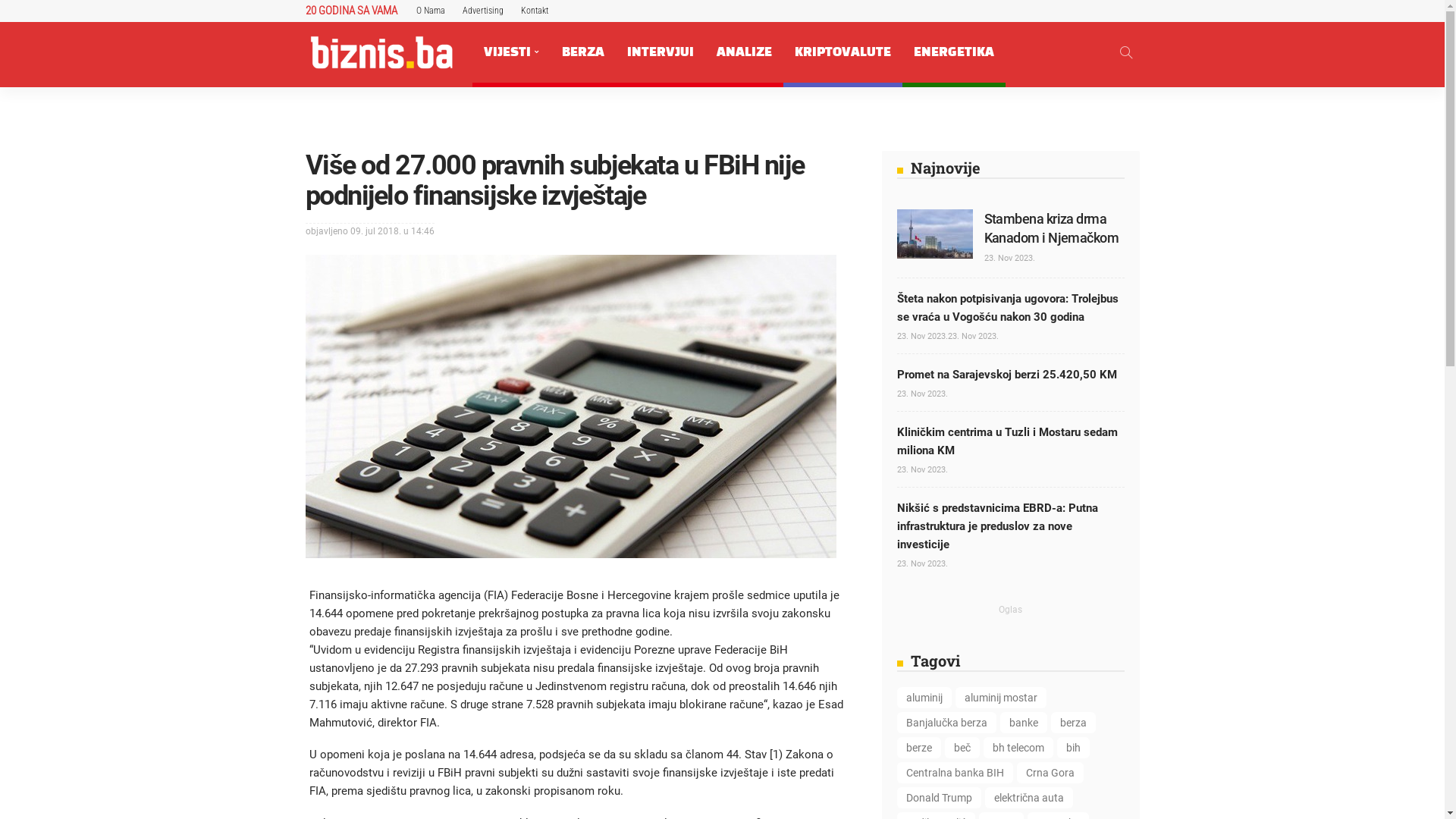  I want to click on 'aluminij', so click(923, 698).